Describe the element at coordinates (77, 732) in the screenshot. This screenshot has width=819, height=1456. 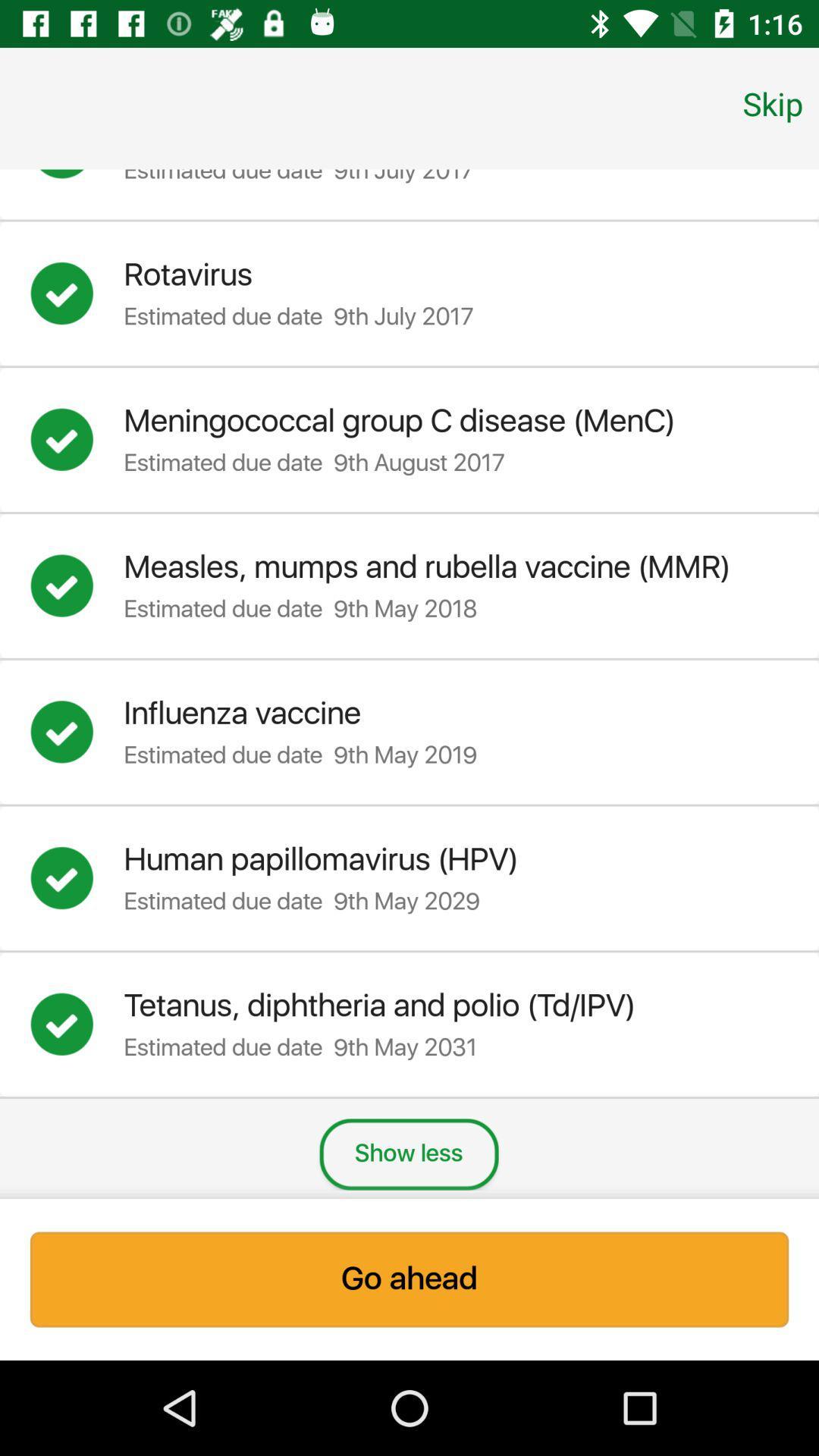
I see `completed influenza vaccine` at that location.